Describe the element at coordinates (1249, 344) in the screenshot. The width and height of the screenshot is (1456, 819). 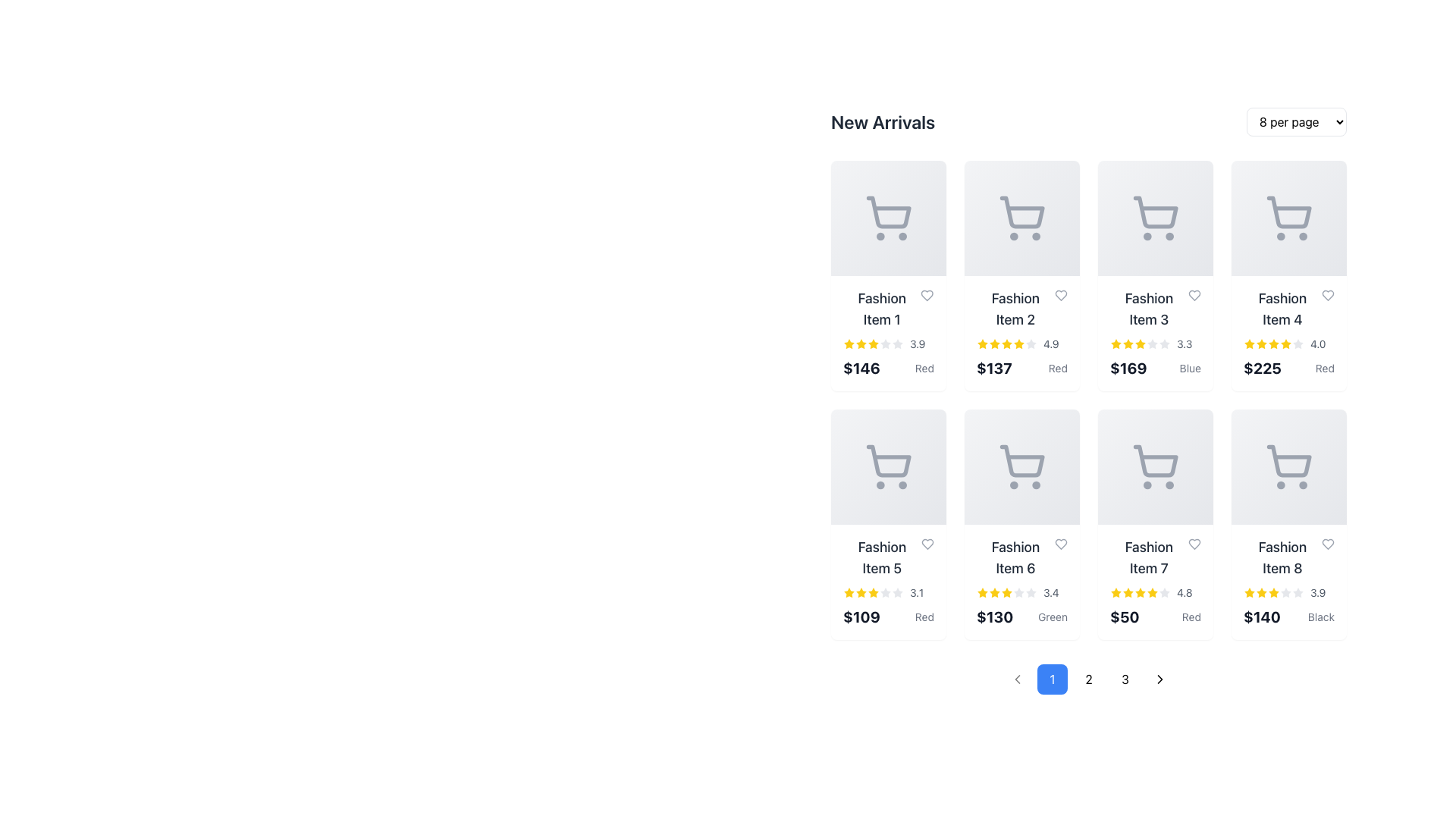
I see `the yellow star icon representing the rating for 'Fashion Item 4'` at that location.